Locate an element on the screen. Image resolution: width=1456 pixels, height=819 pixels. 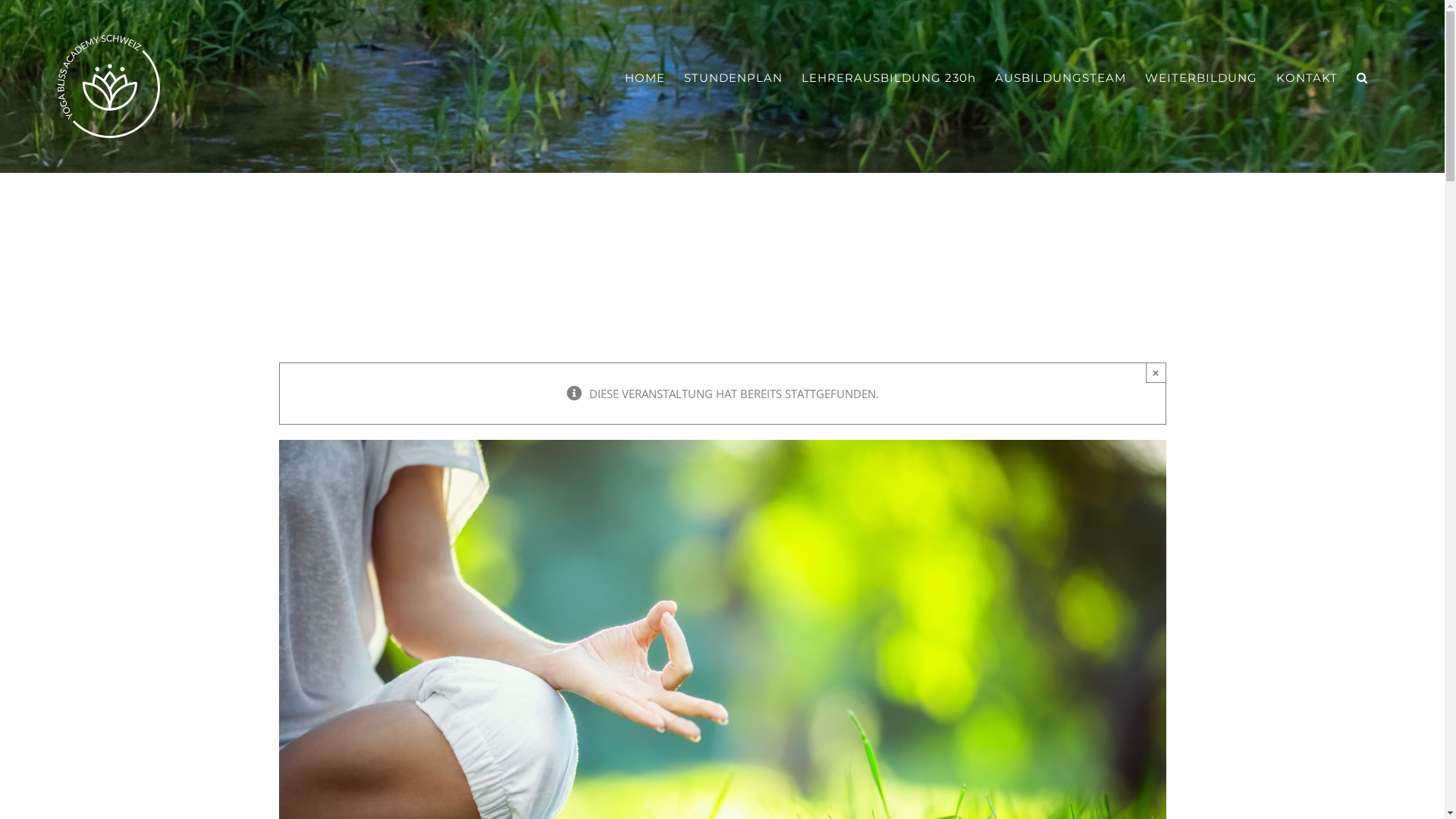
'WEITERBILDUNG' is located at coordinates (1200, 77).